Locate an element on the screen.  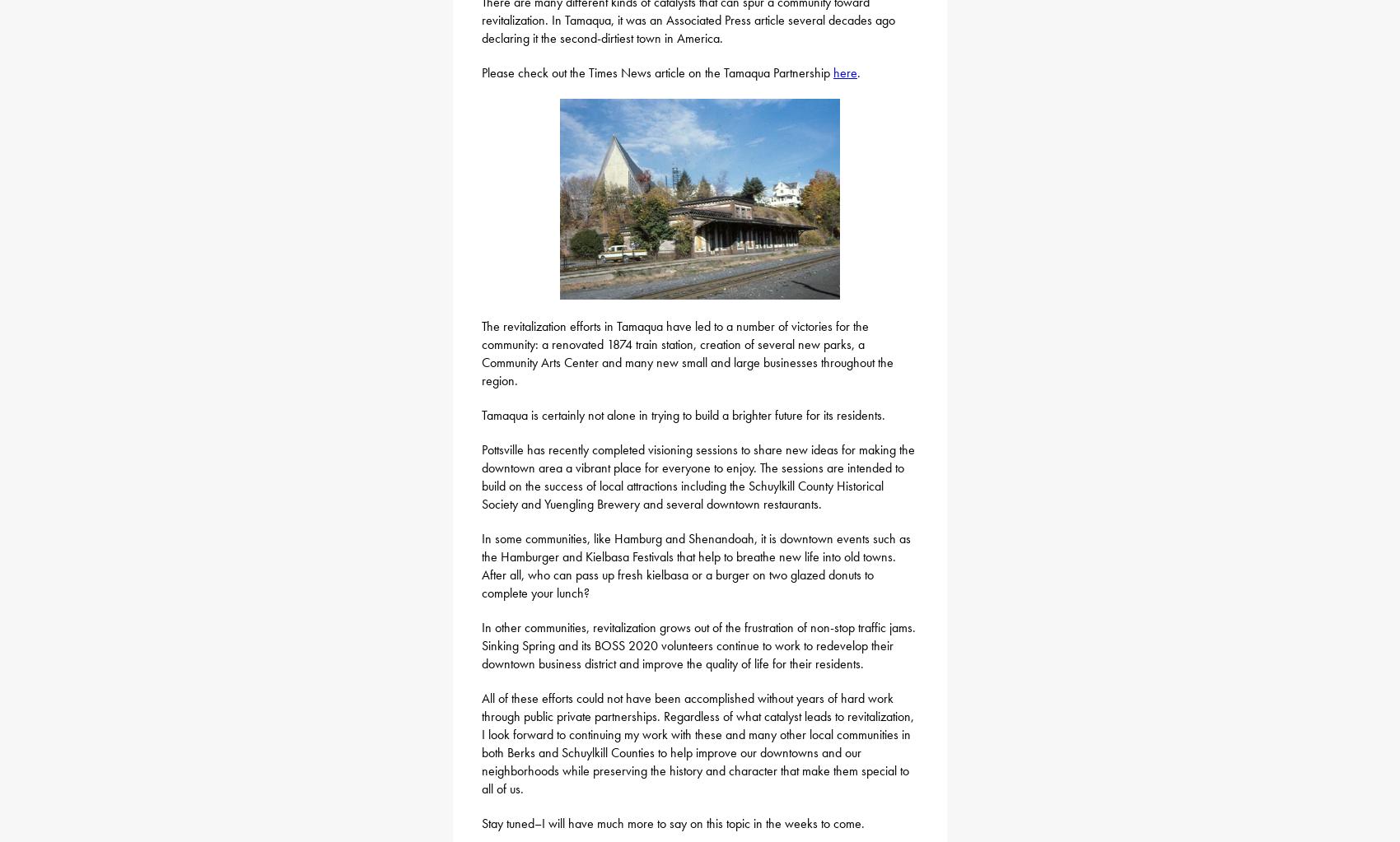
'In some communities, like Hamburg and Shenandoah, it is downtown events such as the Hamburger and Kielbasa Festivals that help to breathe new life into old towns. After all, who can pass up fresh kielbasa or a burger on two glazed donuts to complete your lunch?' is located at coordinates (695, 565).